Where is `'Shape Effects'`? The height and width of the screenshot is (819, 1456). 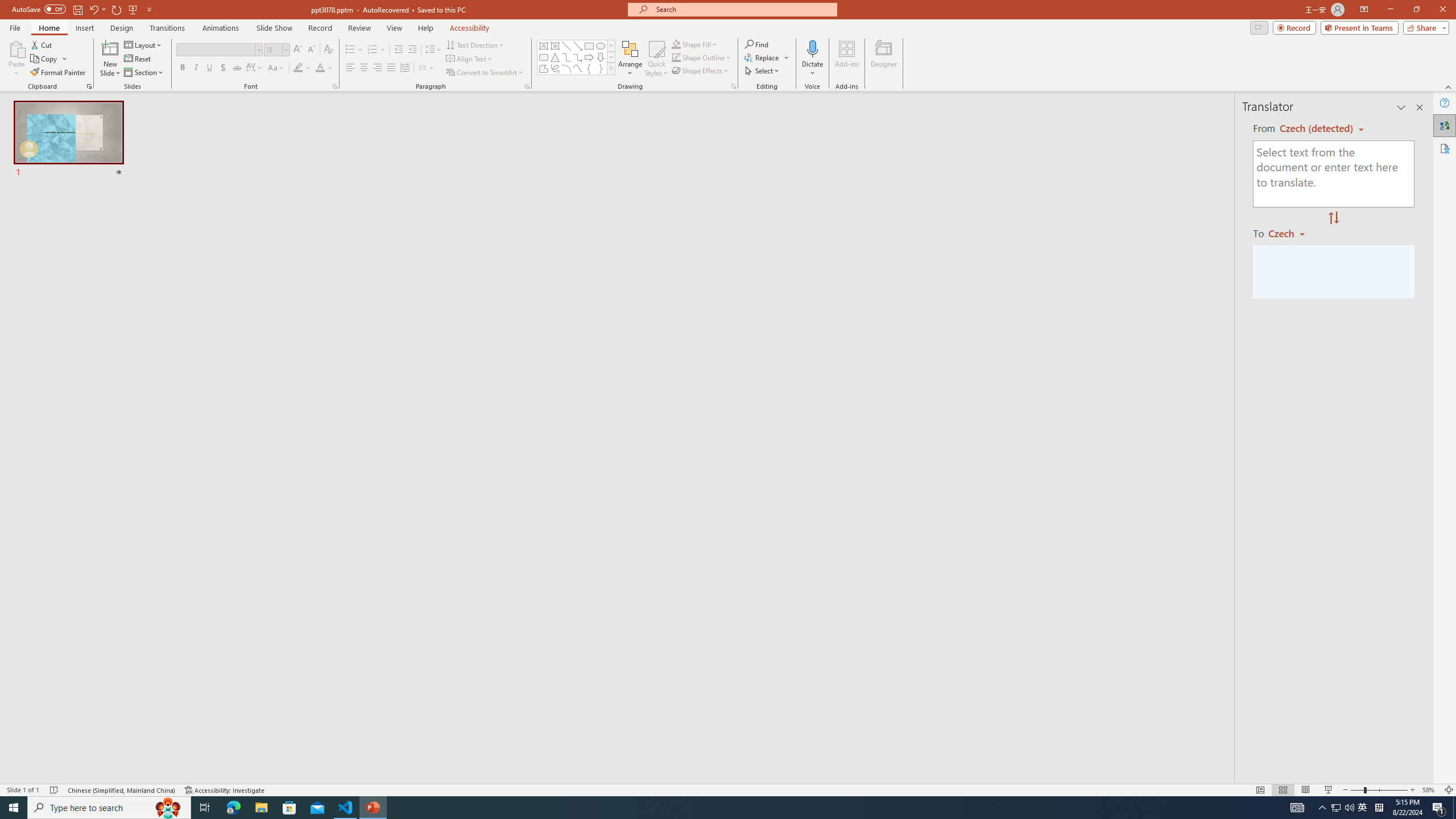 'Shape Effects' is located at coordinates (700, 69).